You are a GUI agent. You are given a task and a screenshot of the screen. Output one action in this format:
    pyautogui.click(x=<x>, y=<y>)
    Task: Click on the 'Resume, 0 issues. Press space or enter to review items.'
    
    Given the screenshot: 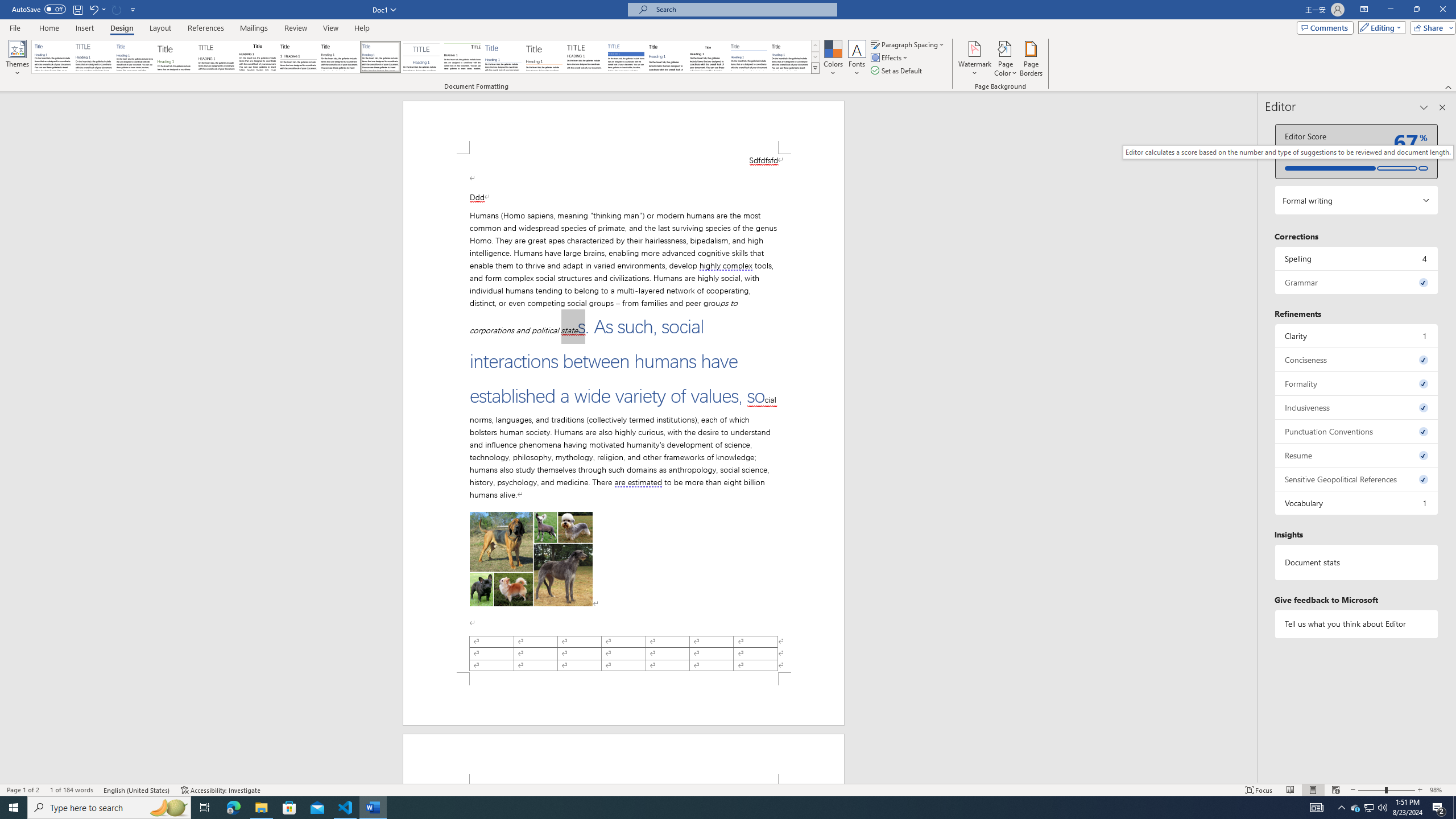 What is the action you would take?
    pyautogui.click(x=1356, y=455)
    